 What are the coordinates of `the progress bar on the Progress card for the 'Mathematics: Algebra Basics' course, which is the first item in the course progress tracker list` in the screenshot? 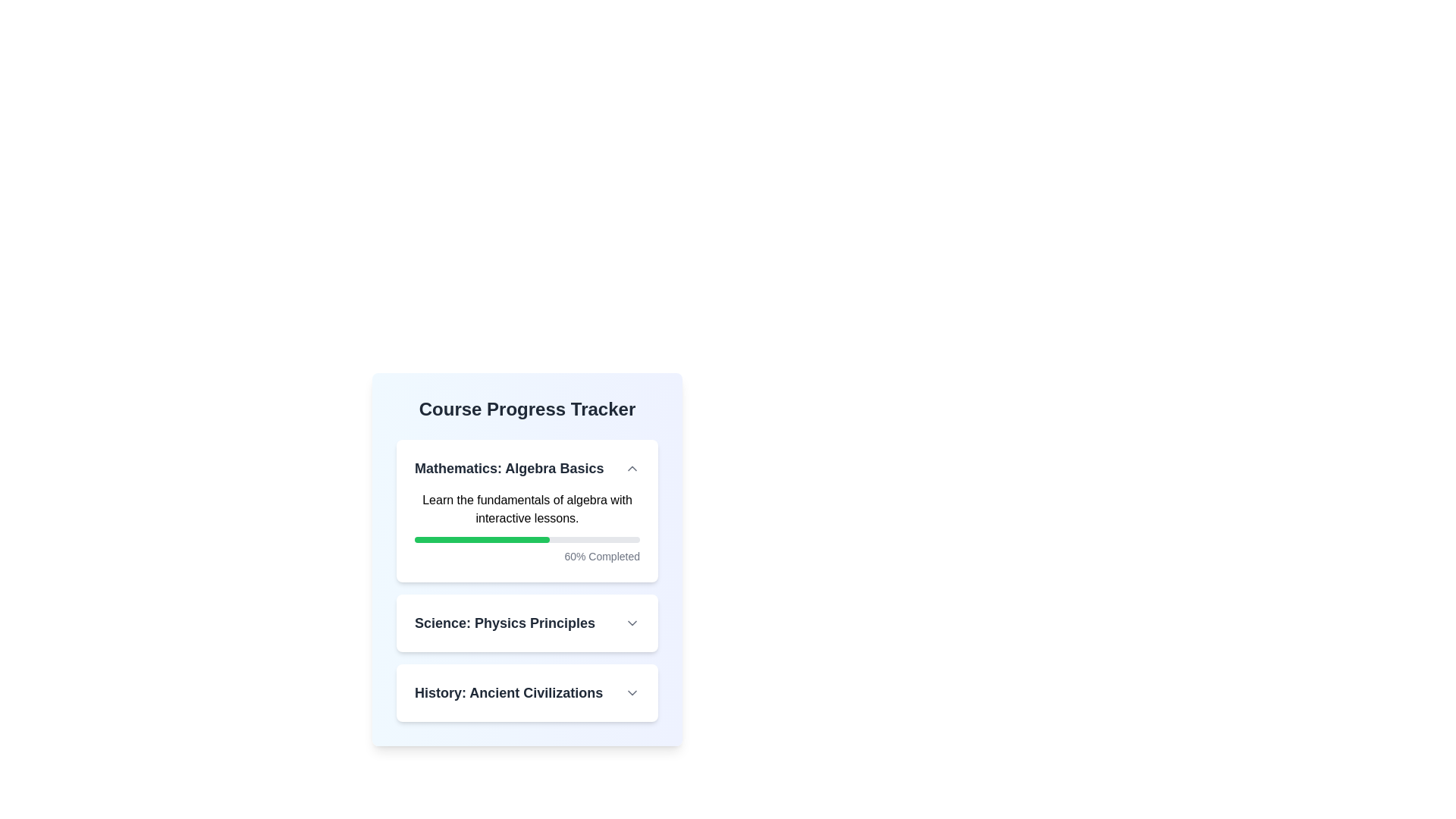 It's located at (527, 511).